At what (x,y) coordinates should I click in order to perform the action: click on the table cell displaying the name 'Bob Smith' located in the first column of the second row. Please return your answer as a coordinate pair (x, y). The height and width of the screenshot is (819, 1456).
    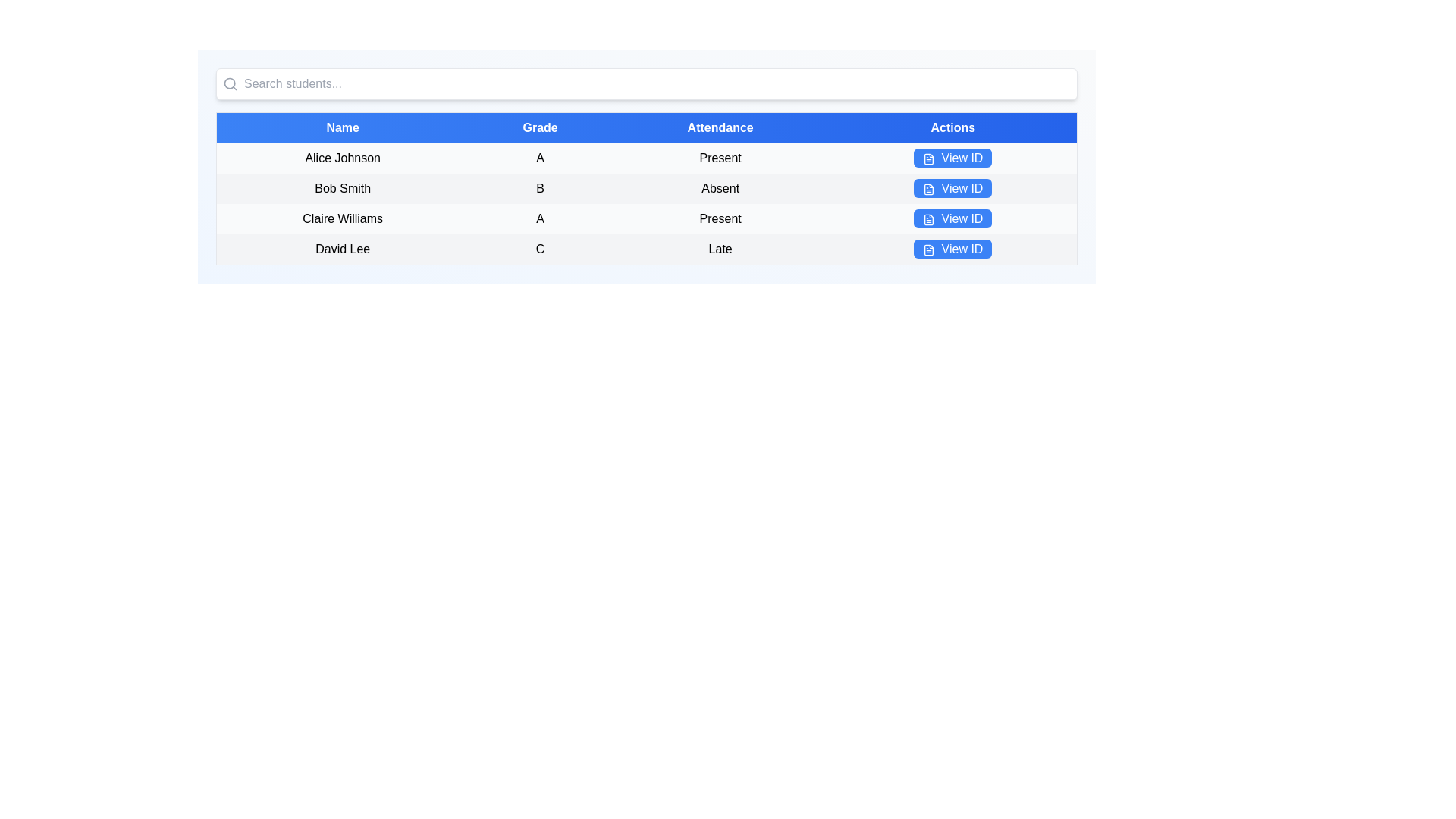
    Looking at the image, I should click on (341, 188).